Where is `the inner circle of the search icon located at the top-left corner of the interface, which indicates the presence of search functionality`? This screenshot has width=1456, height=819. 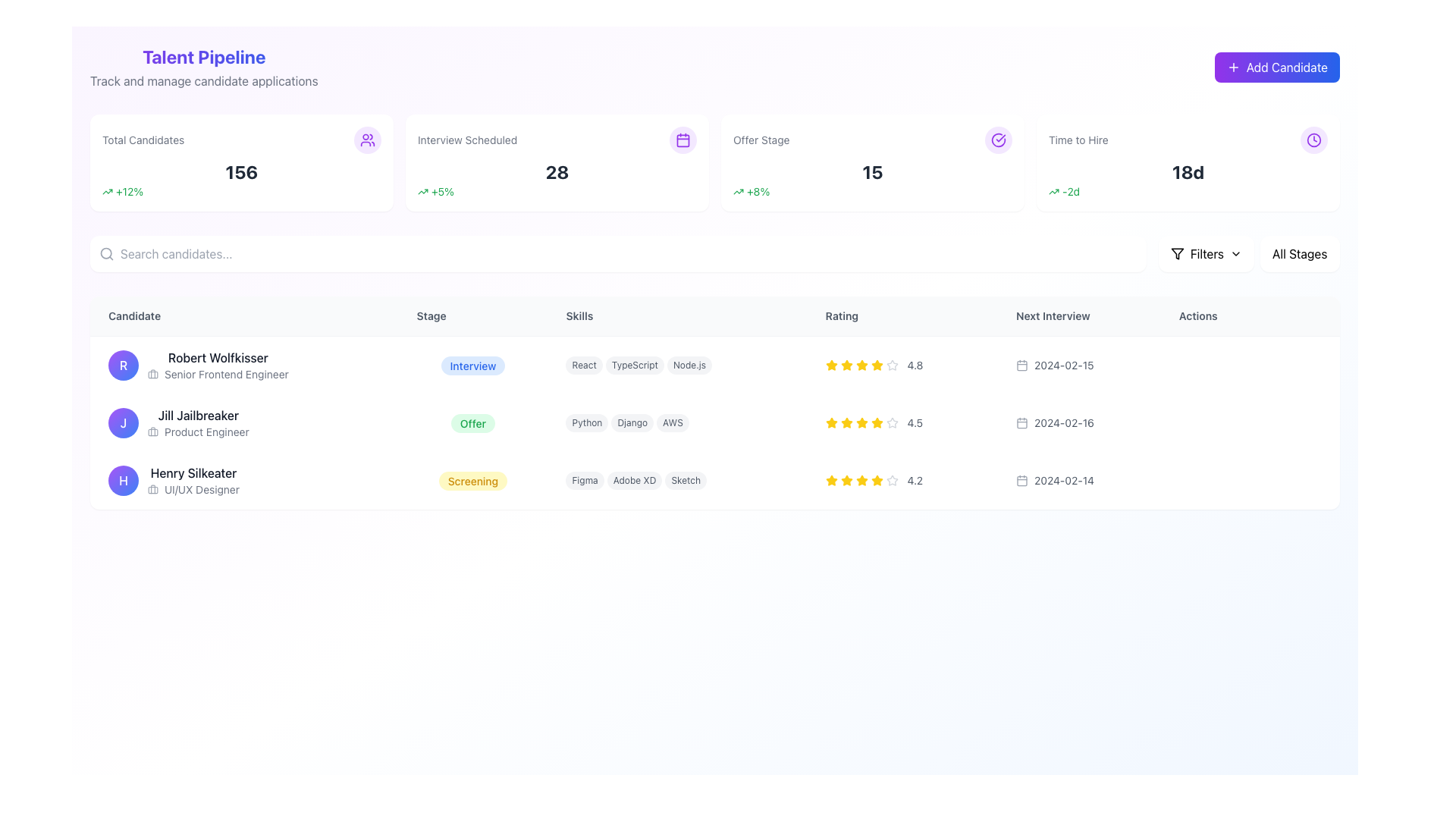
the inner circle of the search icon located at the top-left corner of the interface, which indicates the presence of search functionality is located at coordinates (105, 253).